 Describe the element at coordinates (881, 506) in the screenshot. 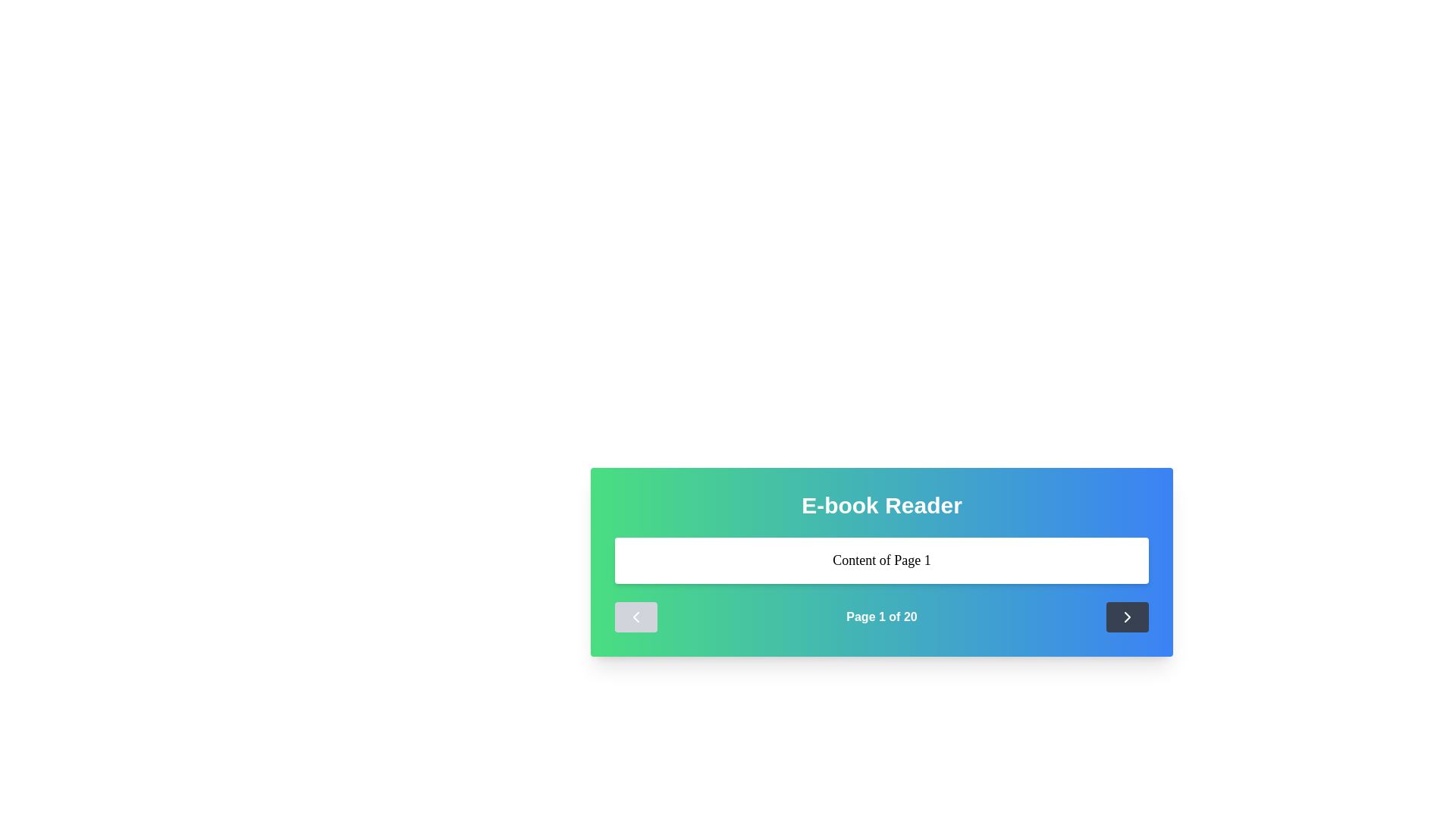

I see `the 'E-book Reader' text header, which is a prominent element at the top center of the colorful panel` at that location.